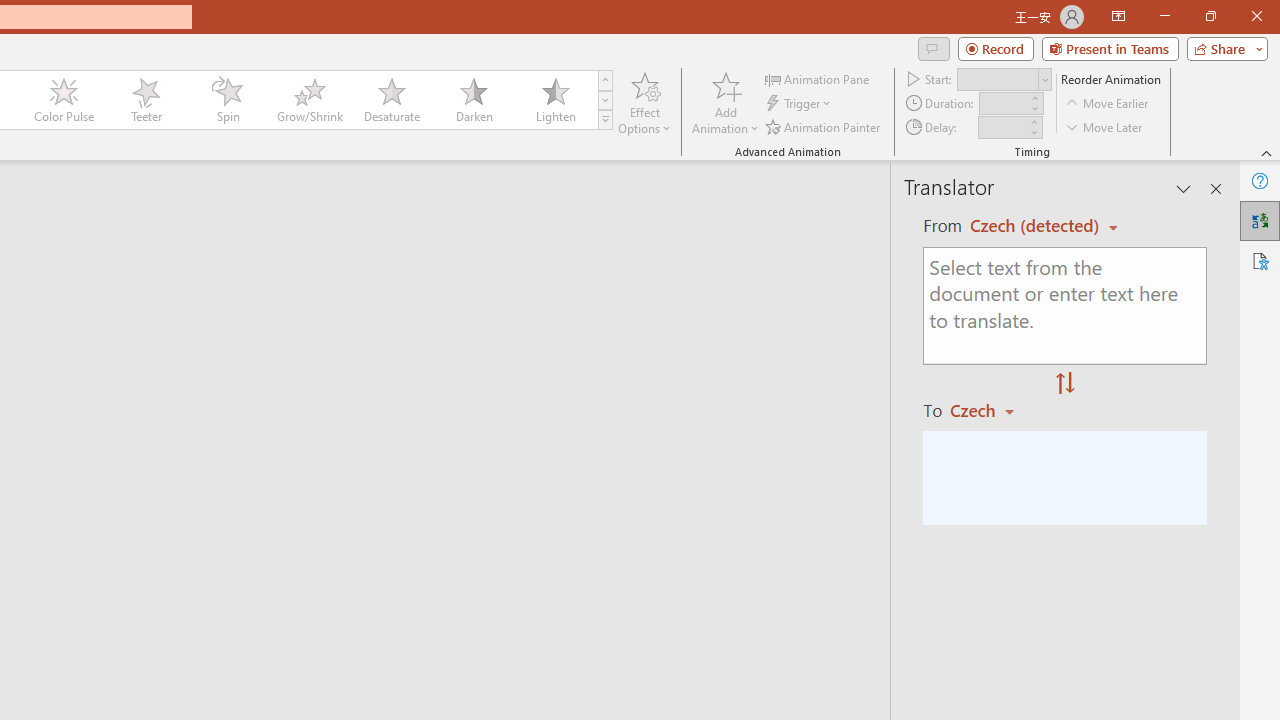 The width and height of the screenshot is (1280, 720). What do you see at coordinates (1003, 103) in the screenshot?
I see `'Animation Duration'` at bounding box center [1003, 103].